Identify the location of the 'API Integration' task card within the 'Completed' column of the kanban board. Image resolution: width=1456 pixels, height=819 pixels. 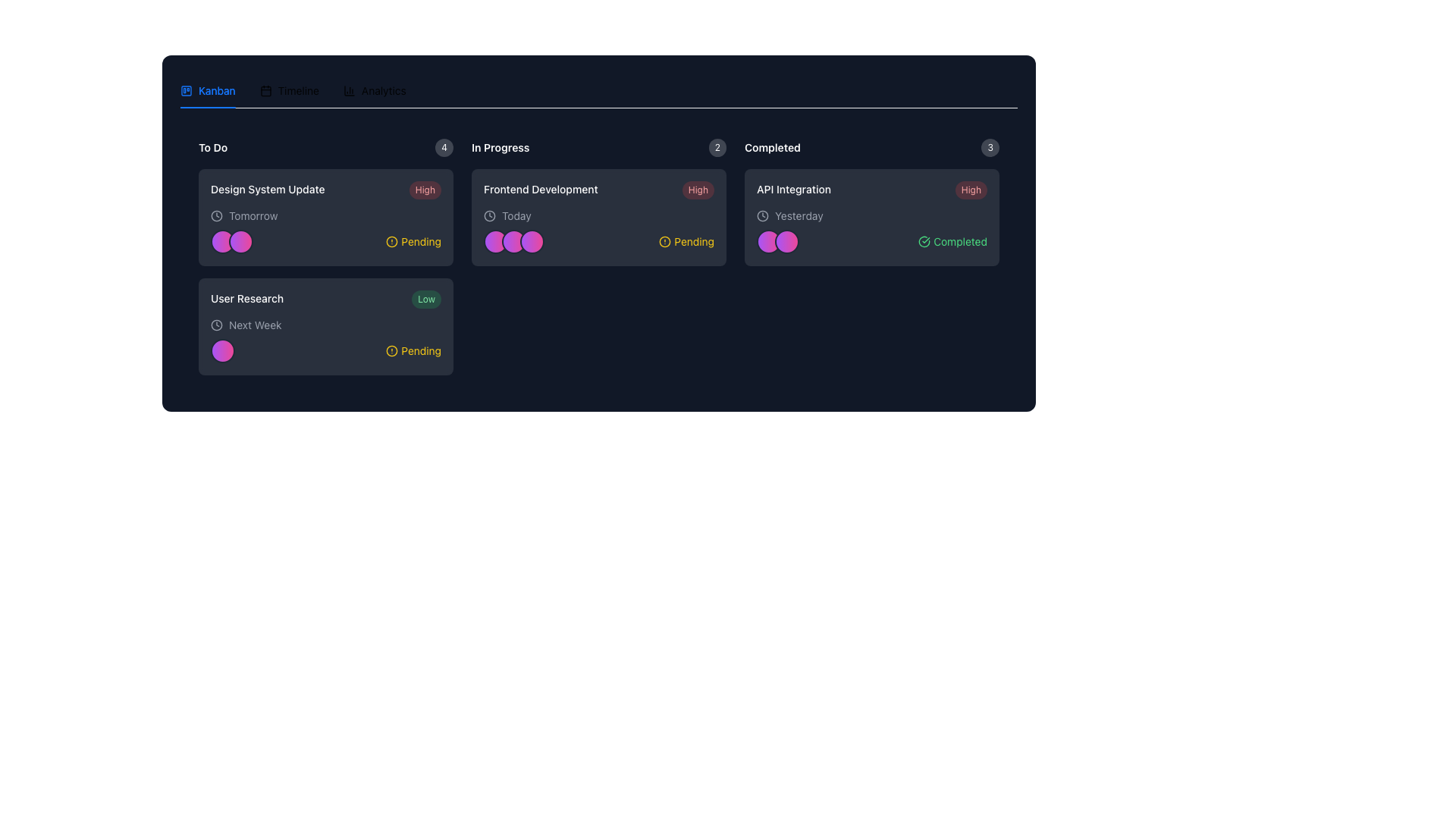
(872, 256).